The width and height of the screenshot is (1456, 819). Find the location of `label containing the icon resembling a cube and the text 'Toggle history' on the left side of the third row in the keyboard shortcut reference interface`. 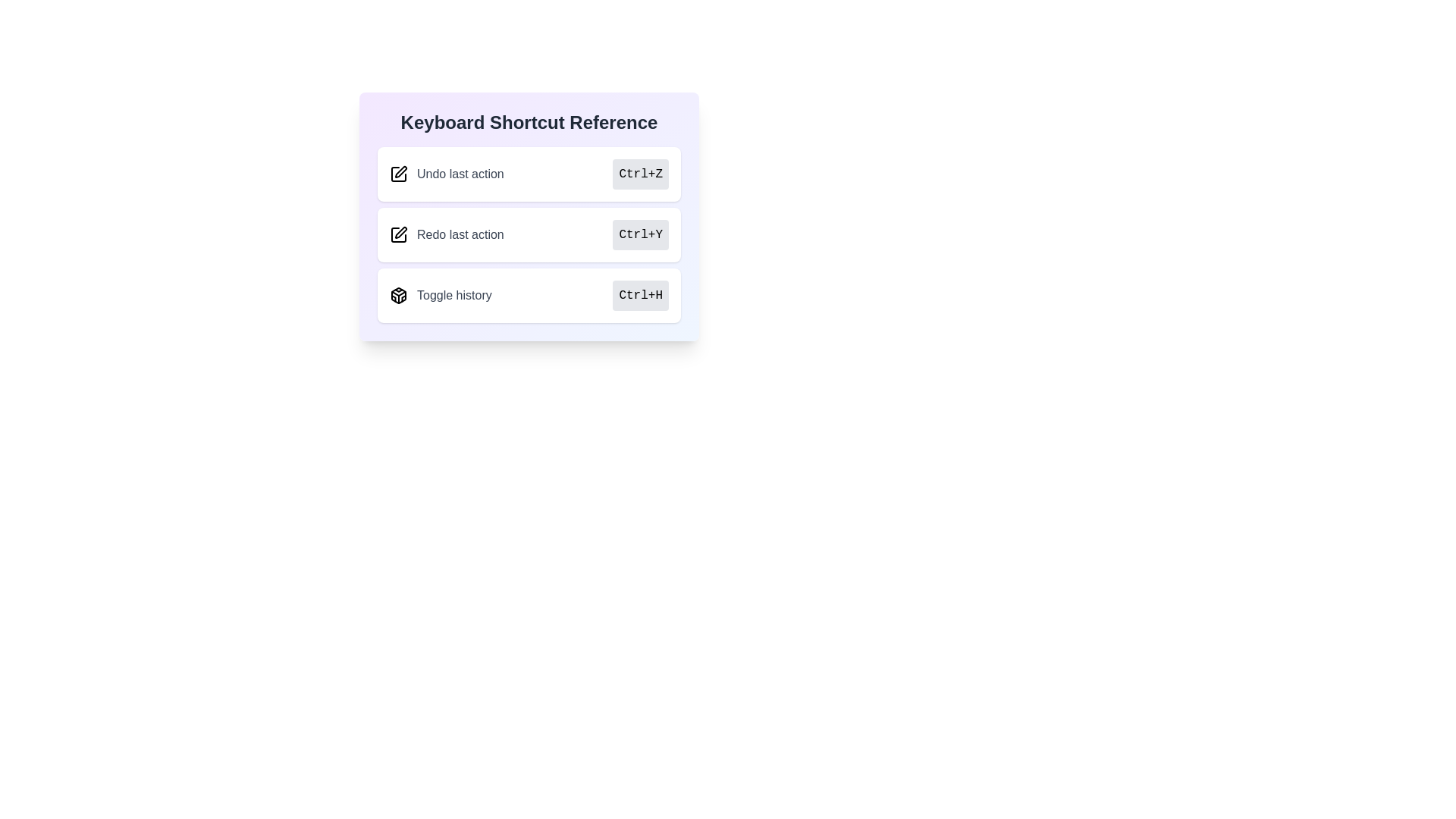

label containing the icon resembling a cube and the text 'Toggle history' on the left side of the third row in the keyboard shortcut reference interface is located at coordinates (440, 295).